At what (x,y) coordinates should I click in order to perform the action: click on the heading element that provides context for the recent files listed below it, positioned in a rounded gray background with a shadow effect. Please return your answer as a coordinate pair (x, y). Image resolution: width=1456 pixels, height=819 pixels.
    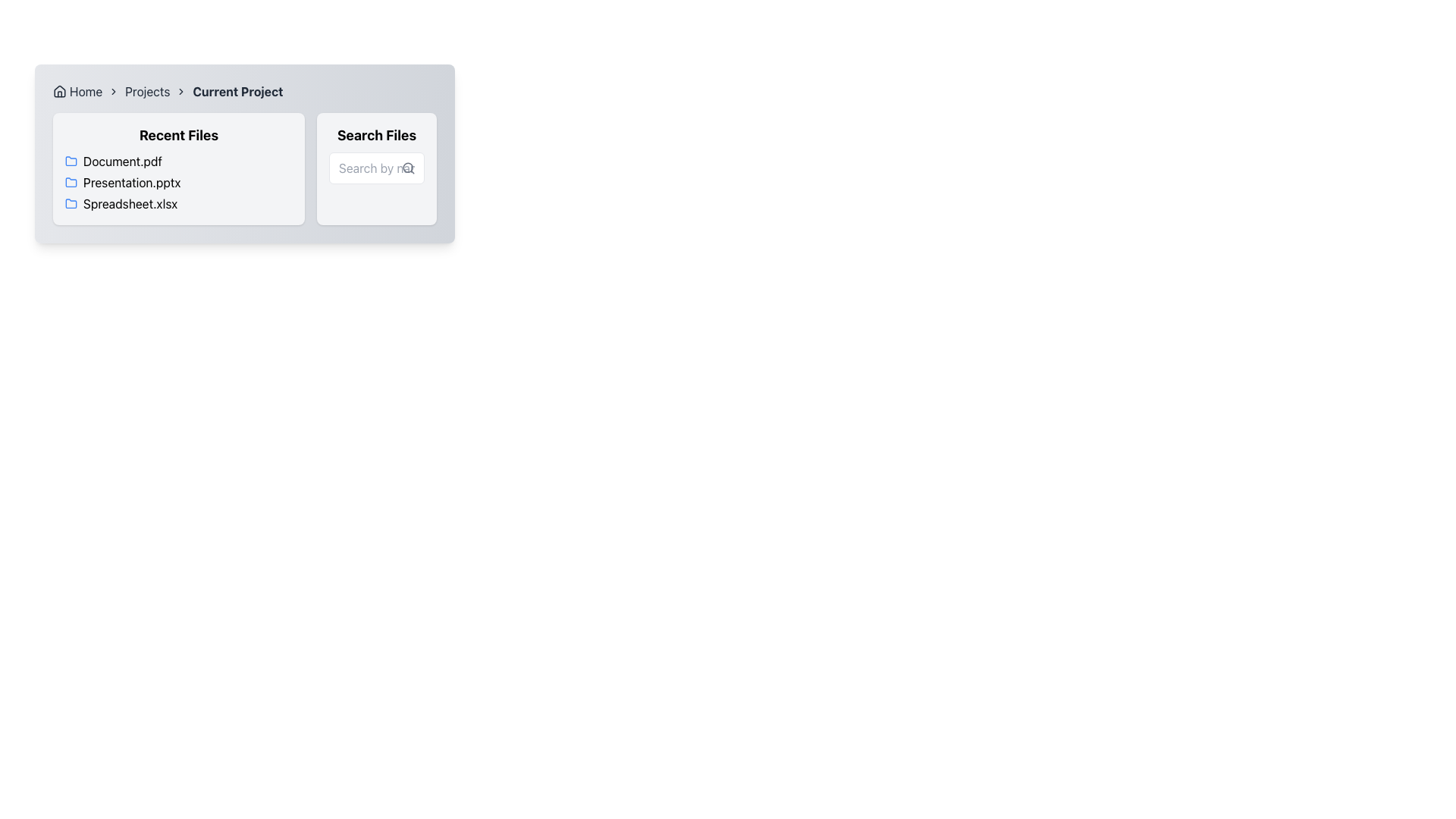
    Looking at the image, I should click on (178, 134).